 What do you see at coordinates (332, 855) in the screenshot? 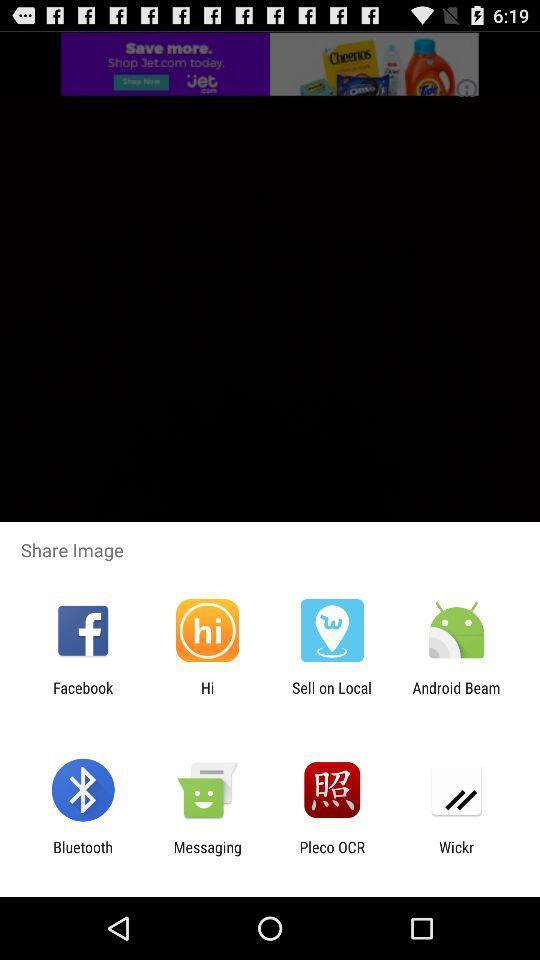
I see `the icon to the left of the wickr icon` at bounding box center [332, 855].